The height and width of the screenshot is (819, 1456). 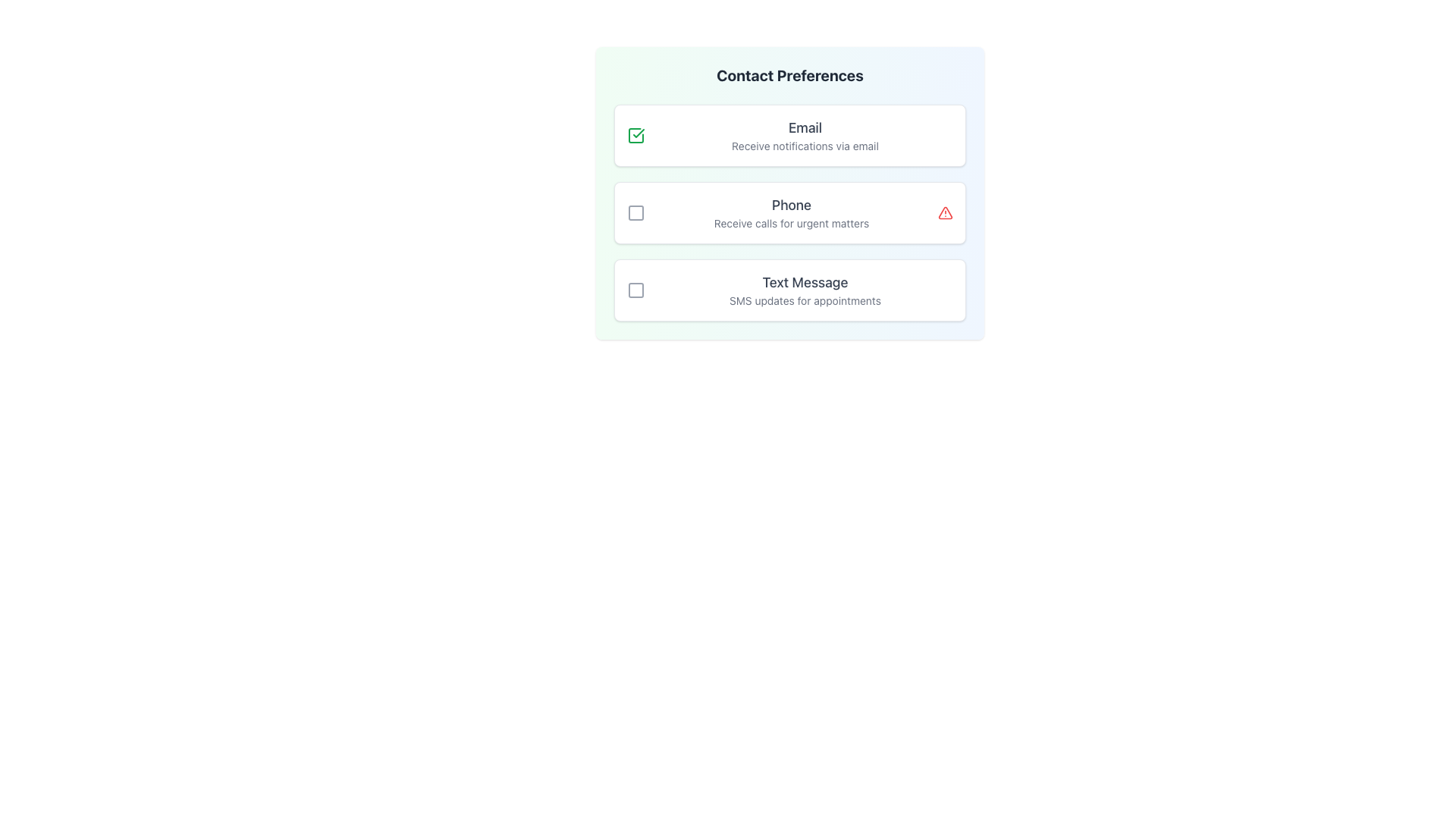 What do you see at coordinates (804, 146) in the screenshot?
I see `the text label that says 'Receive notifications via email', which is styled in gray and located below the 'Email' label in the 'Contact Preferences' section` at bounding box center [804, 146].